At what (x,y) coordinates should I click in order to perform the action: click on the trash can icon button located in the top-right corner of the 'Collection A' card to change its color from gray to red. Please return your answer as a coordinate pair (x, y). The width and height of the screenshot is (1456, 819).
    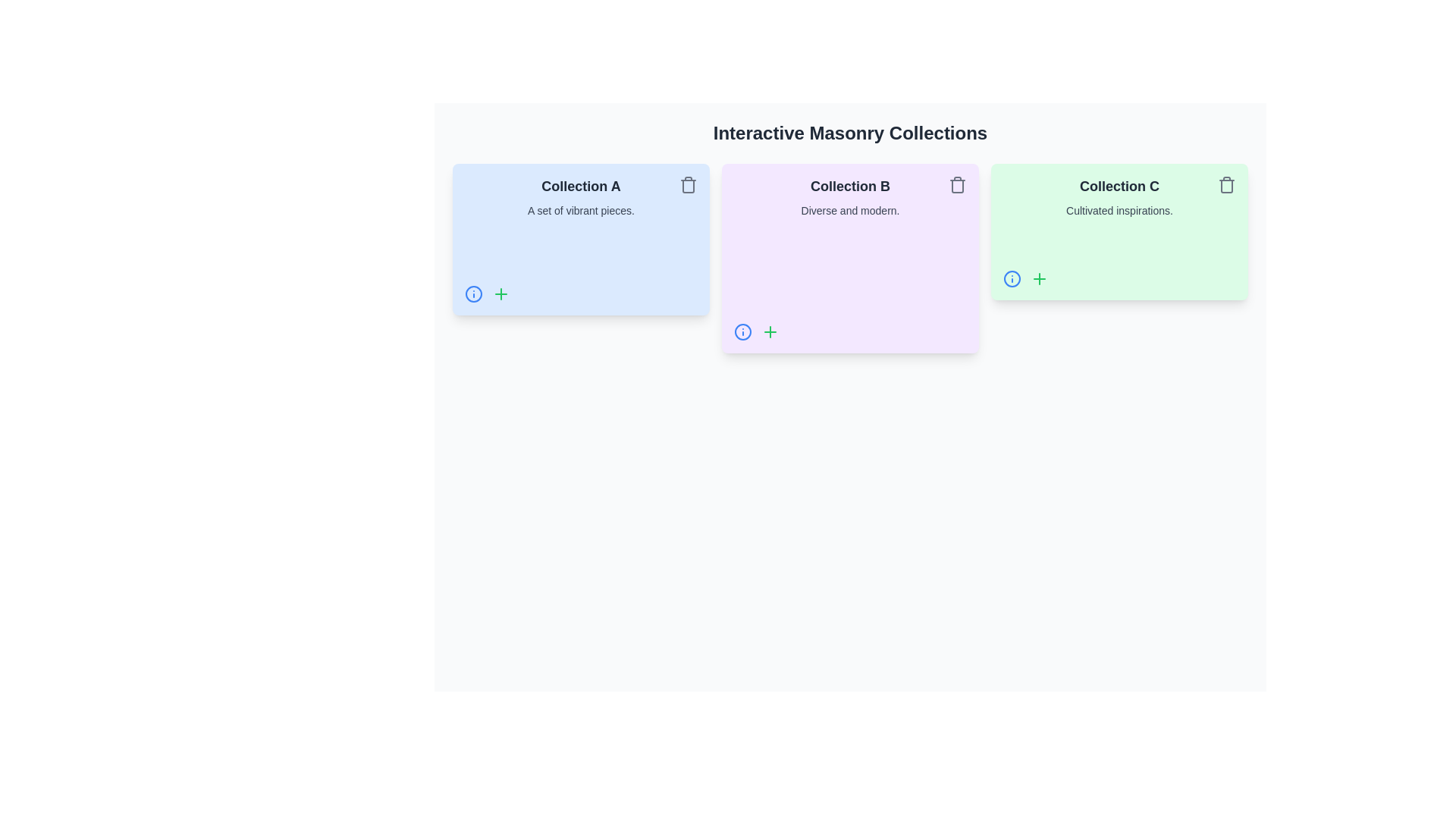
    Looking at the image, I should click on (687, 184).